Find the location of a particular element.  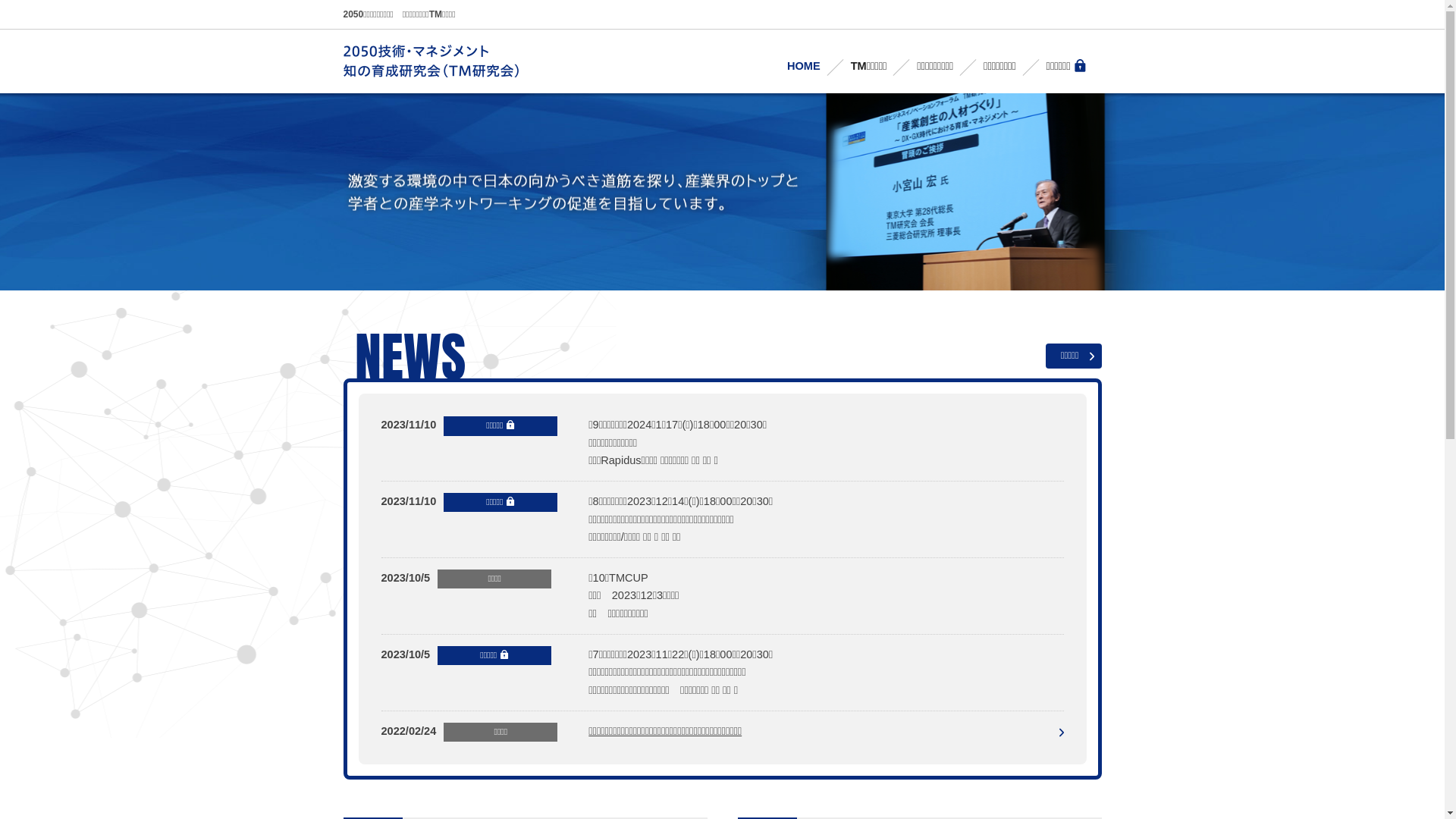

'HOME' is located at coordinates (803, 65).